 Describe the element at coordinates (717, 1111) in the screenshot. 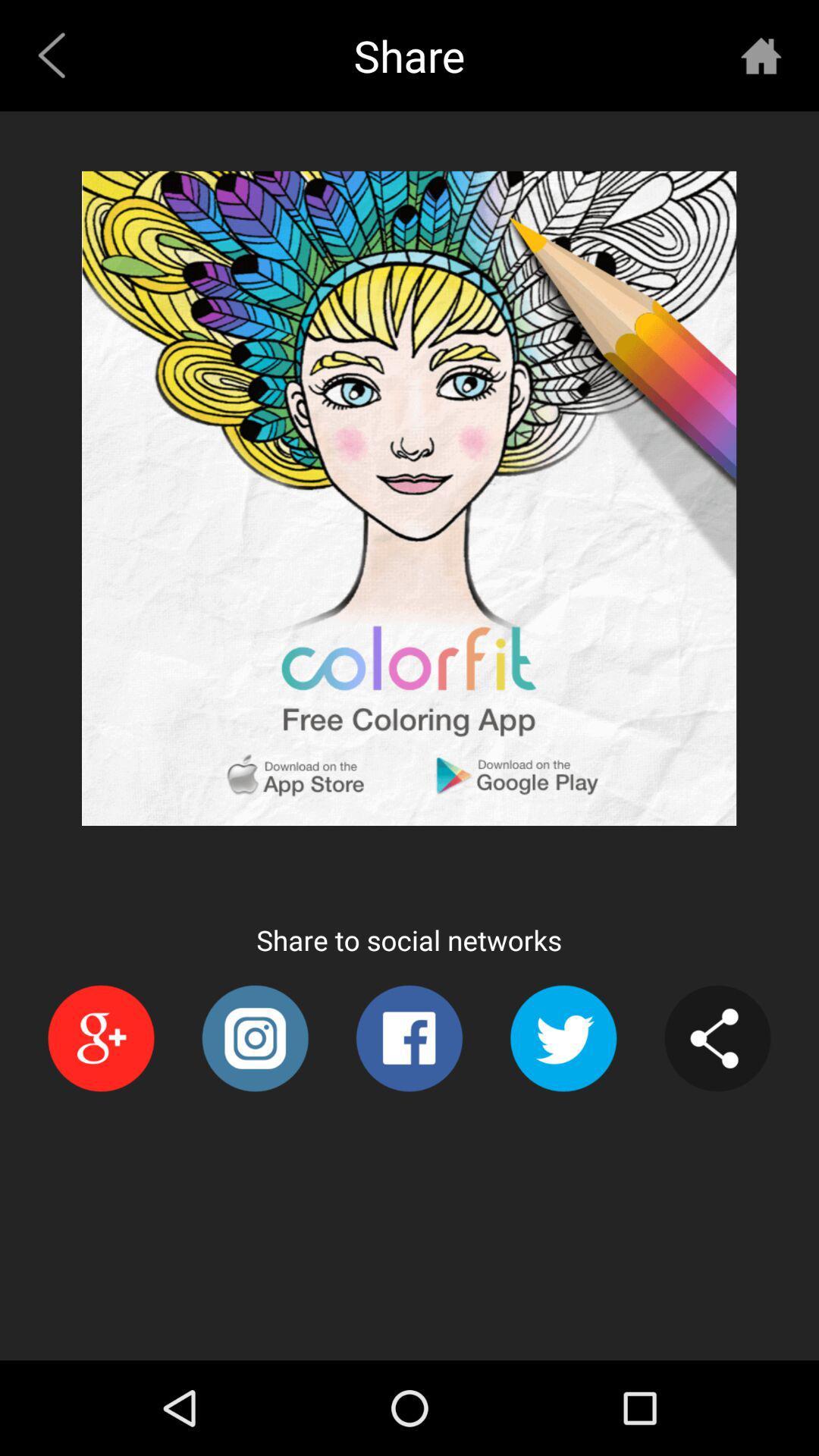

I see `the share icon` at that location.